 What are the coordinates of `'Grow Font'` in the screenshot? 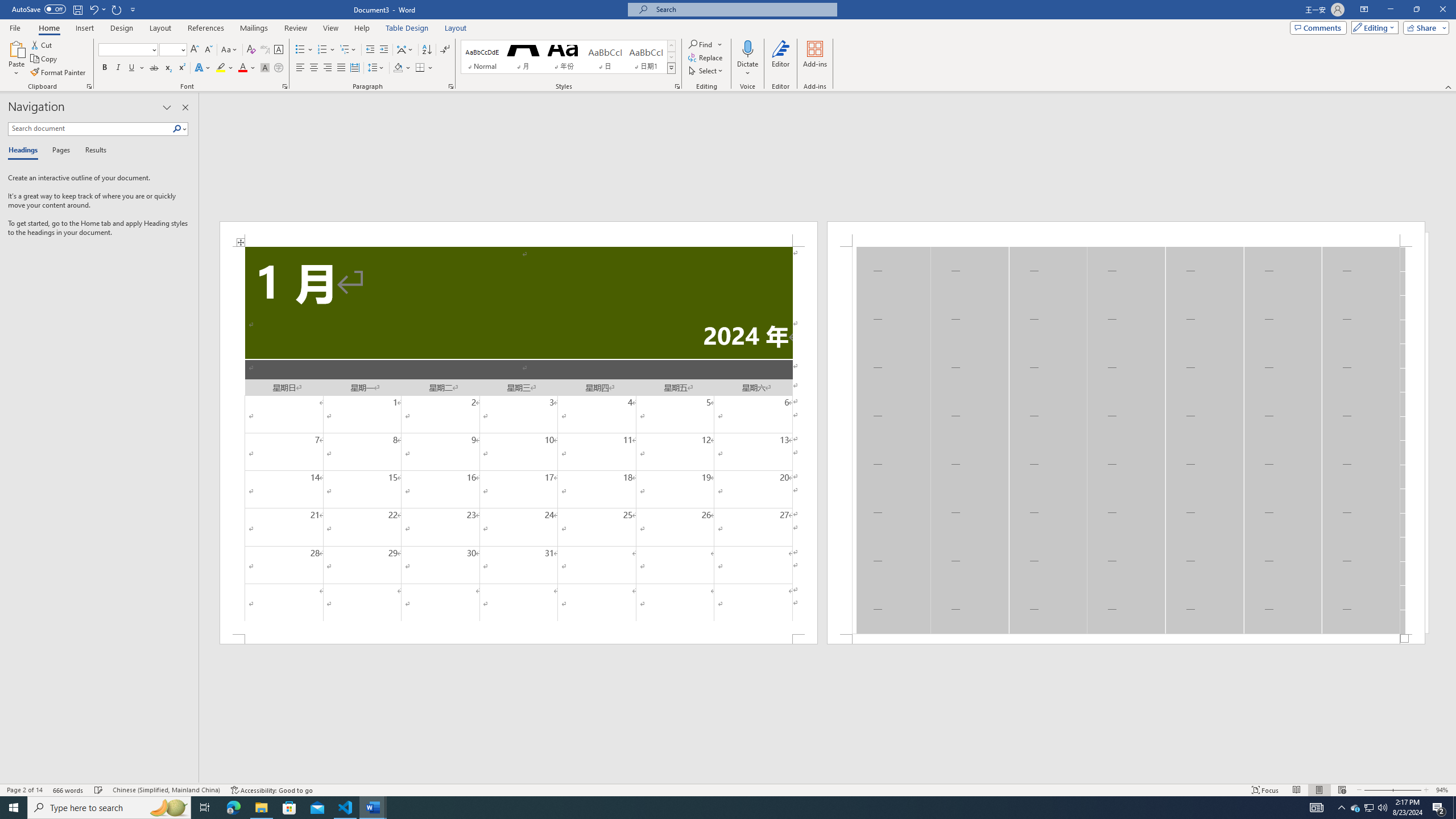 It's located at (194, 49).